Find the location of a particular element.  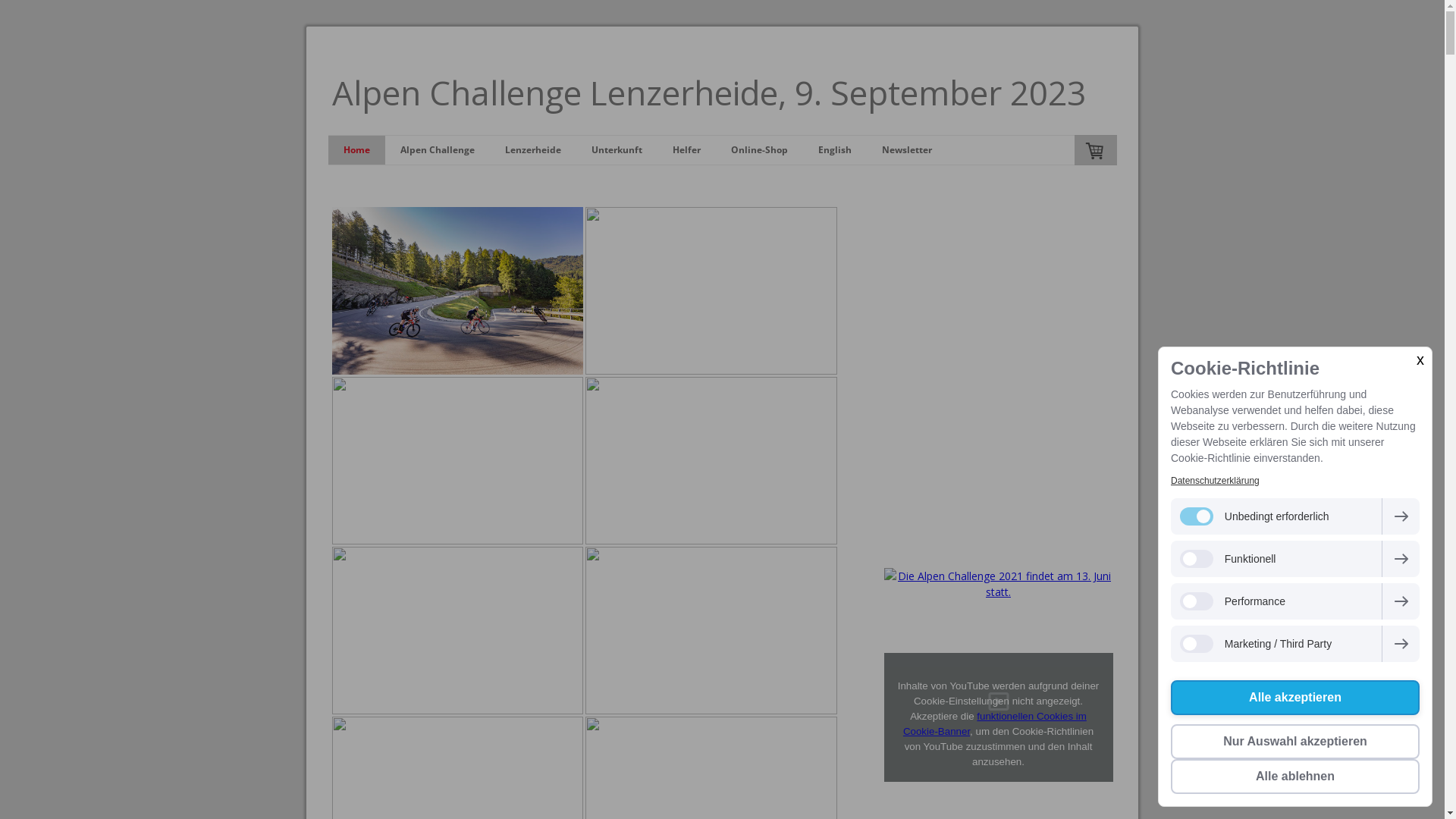

'funktionellen Cookies im Cookie-Banner' is located at coordinates (994, 723).